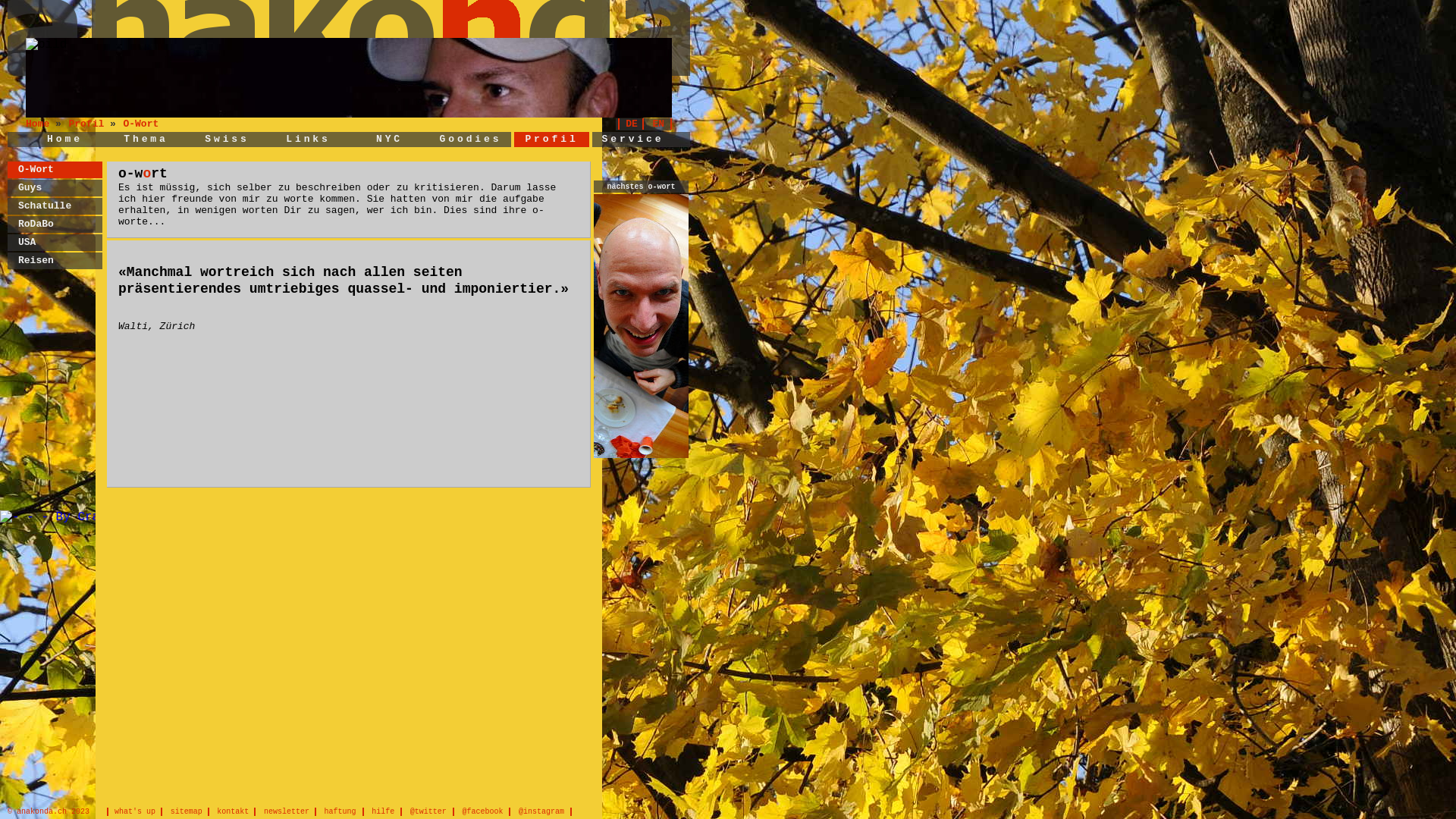 Image resolution: width=1456 pixels, height=819 pixels. Describe the element at coordinates (661, 123) in the screenshot. I see `'EN'` at that location.